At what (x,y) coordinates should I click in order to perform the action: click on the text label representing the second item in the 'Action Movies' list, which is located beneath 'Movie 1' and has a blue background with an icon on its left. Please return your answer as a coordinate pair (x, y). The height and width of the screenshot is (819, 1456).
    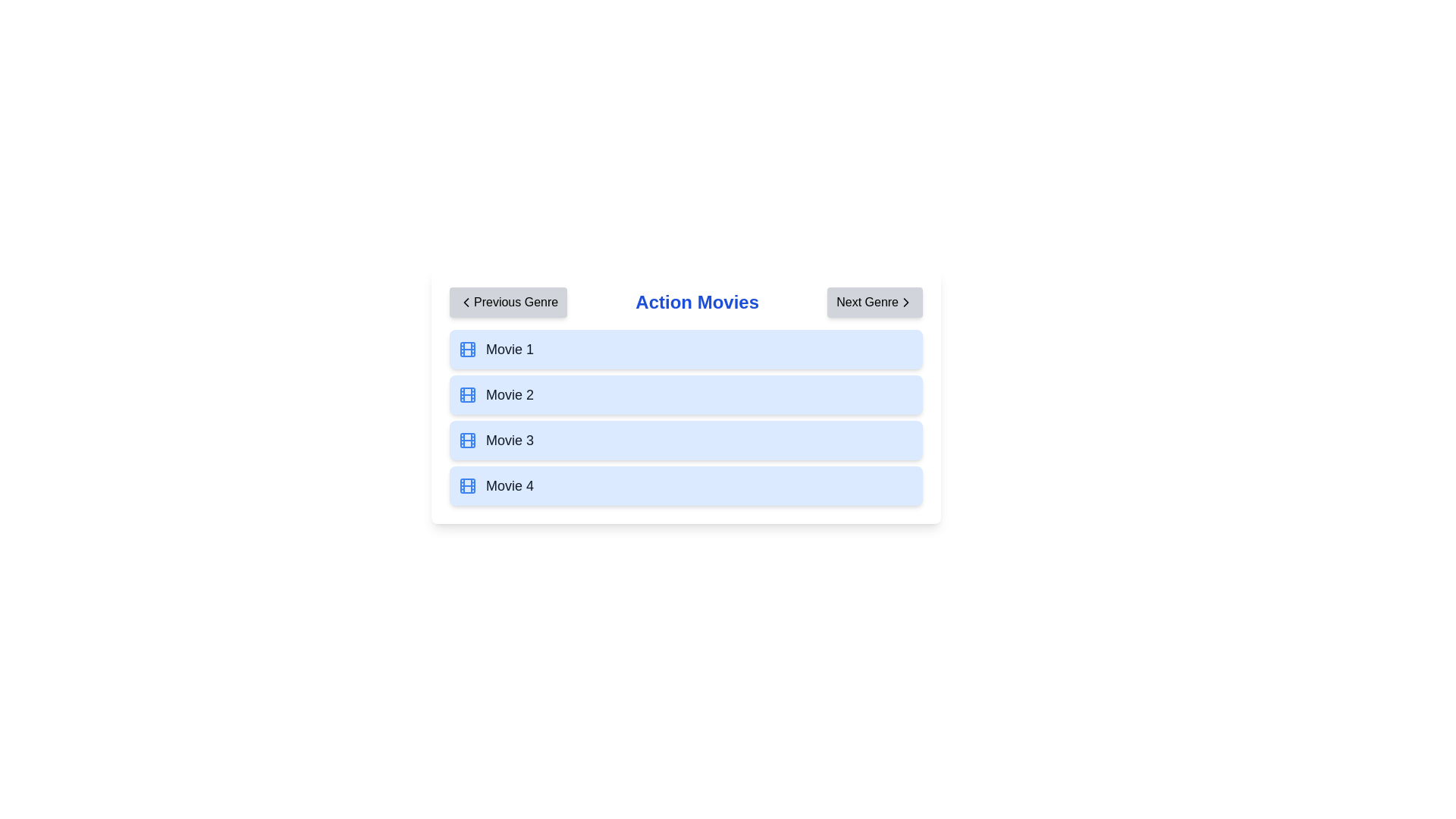
    Looking at the image, I should click on (510, 394).